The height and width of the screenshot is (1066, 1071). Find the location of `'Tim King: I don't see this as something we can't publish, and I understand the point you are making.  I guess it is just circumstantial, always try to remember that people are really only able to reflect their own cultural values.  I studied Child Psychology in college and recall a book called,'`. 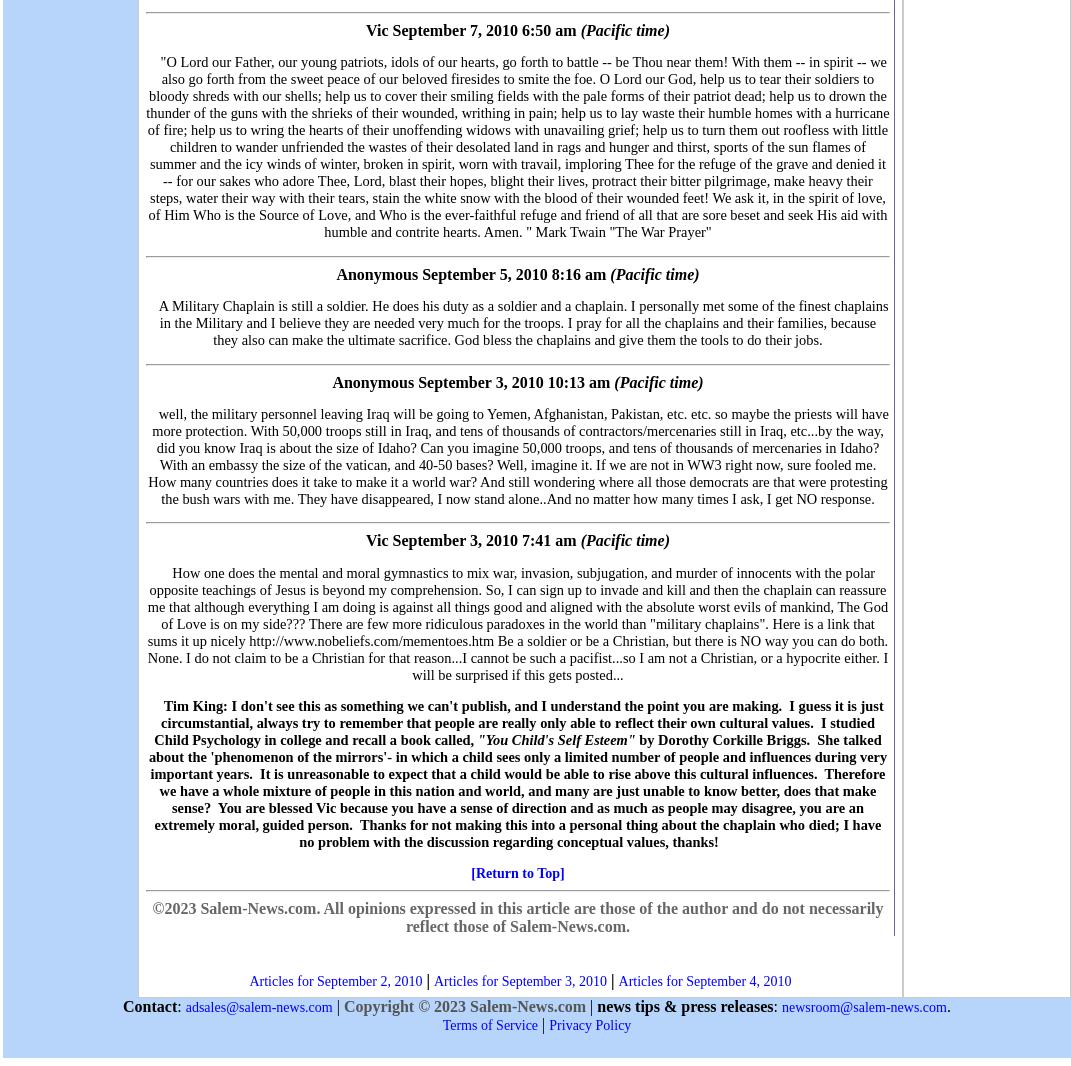

'Tim King: I don't see this as something we can't publish, and I understand the point you are making.  I guess it is just circumstantial, always try to remember that people are really only able to reflect their own cultural values.  I studied Child Psychology in college and recall a book called,' is located at coordinates (517, 721).